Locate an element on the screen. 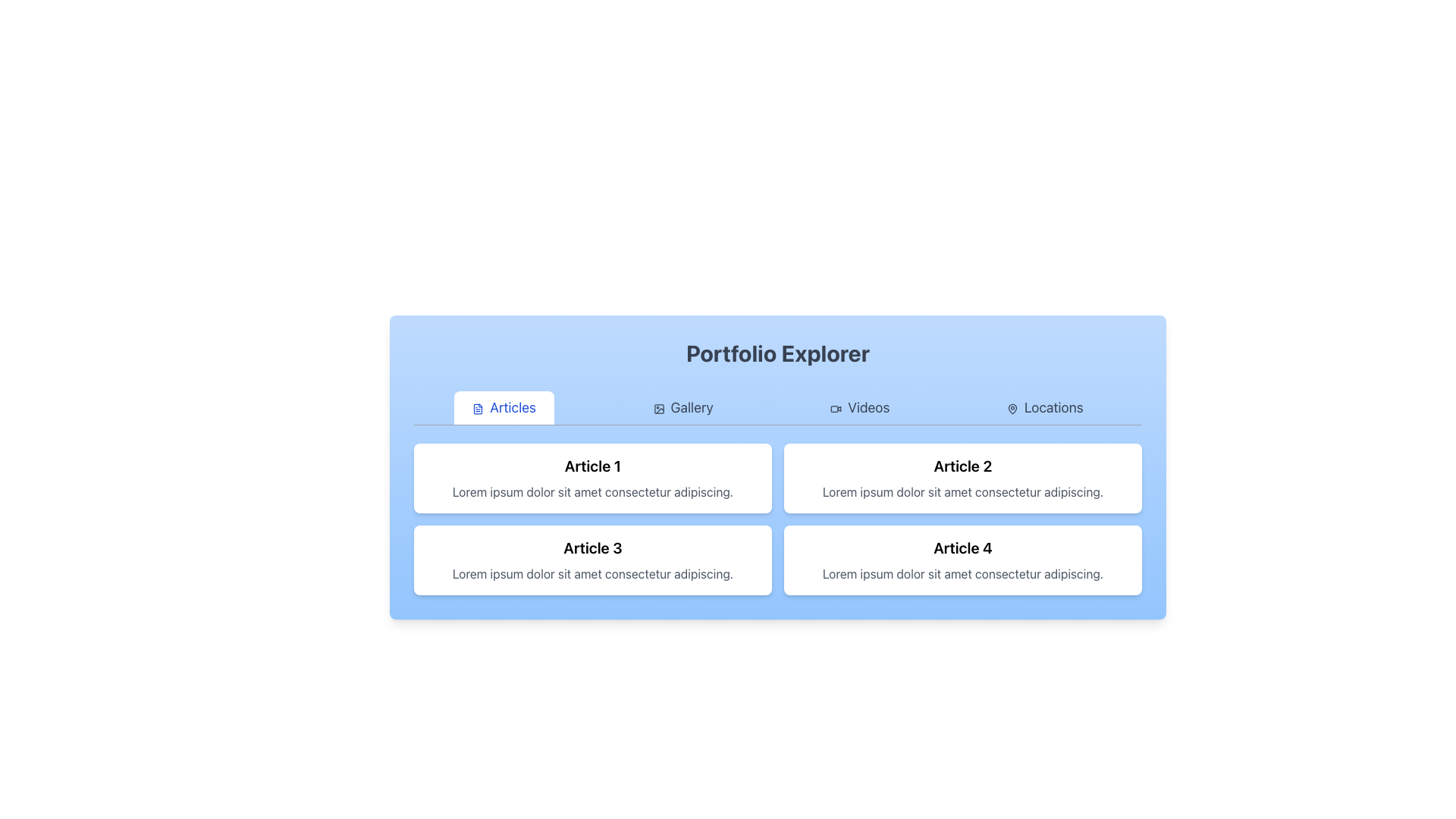  the 'Articles' tab button, which is the first tab in a horizontal navigation bar and features a document icon and blue text on a light background is located at coordinates (504, 406).